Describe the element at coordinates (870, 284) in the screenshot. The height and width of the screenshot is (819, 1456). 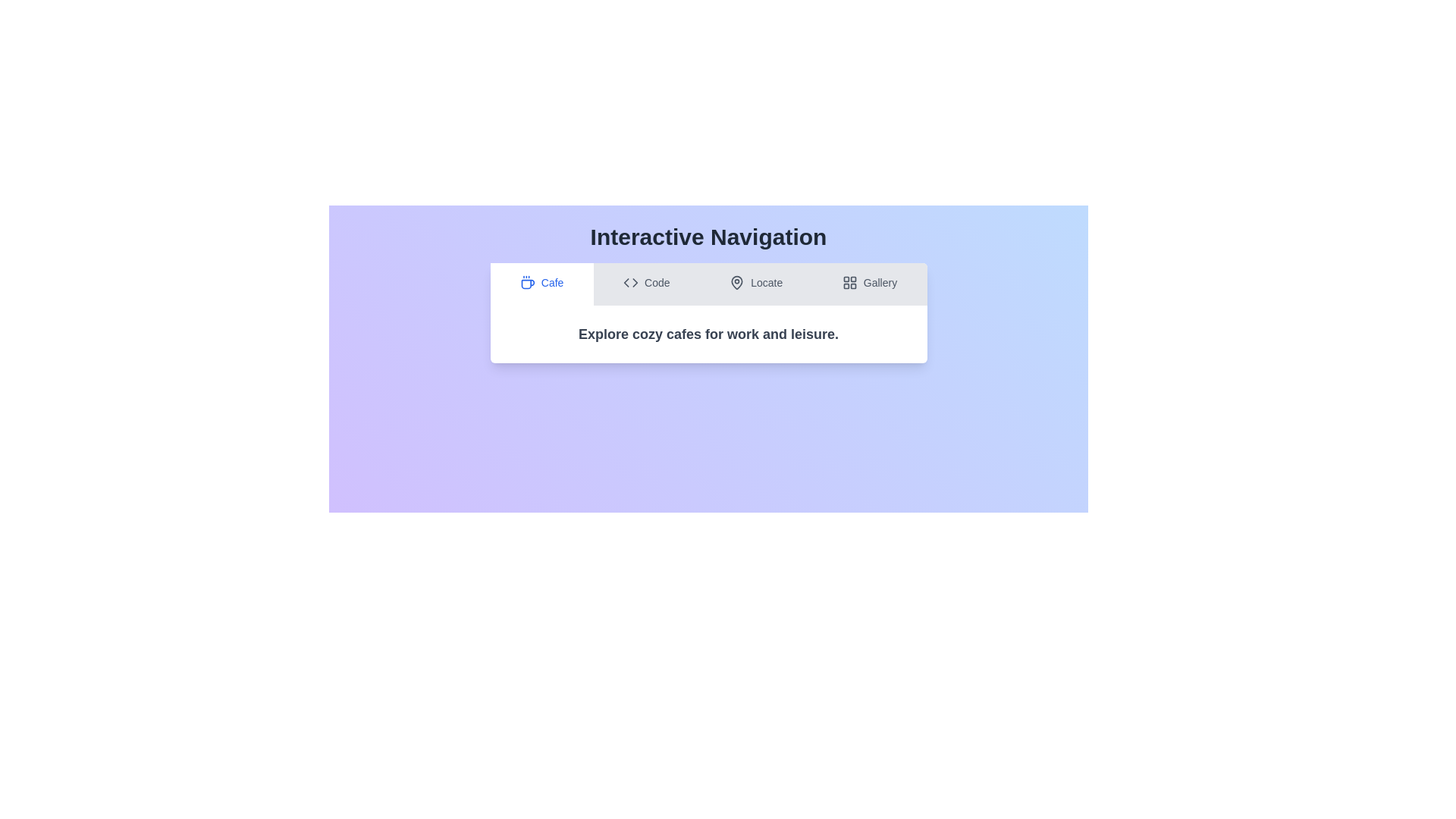
I see `the tab labeled Gallery` at that location.